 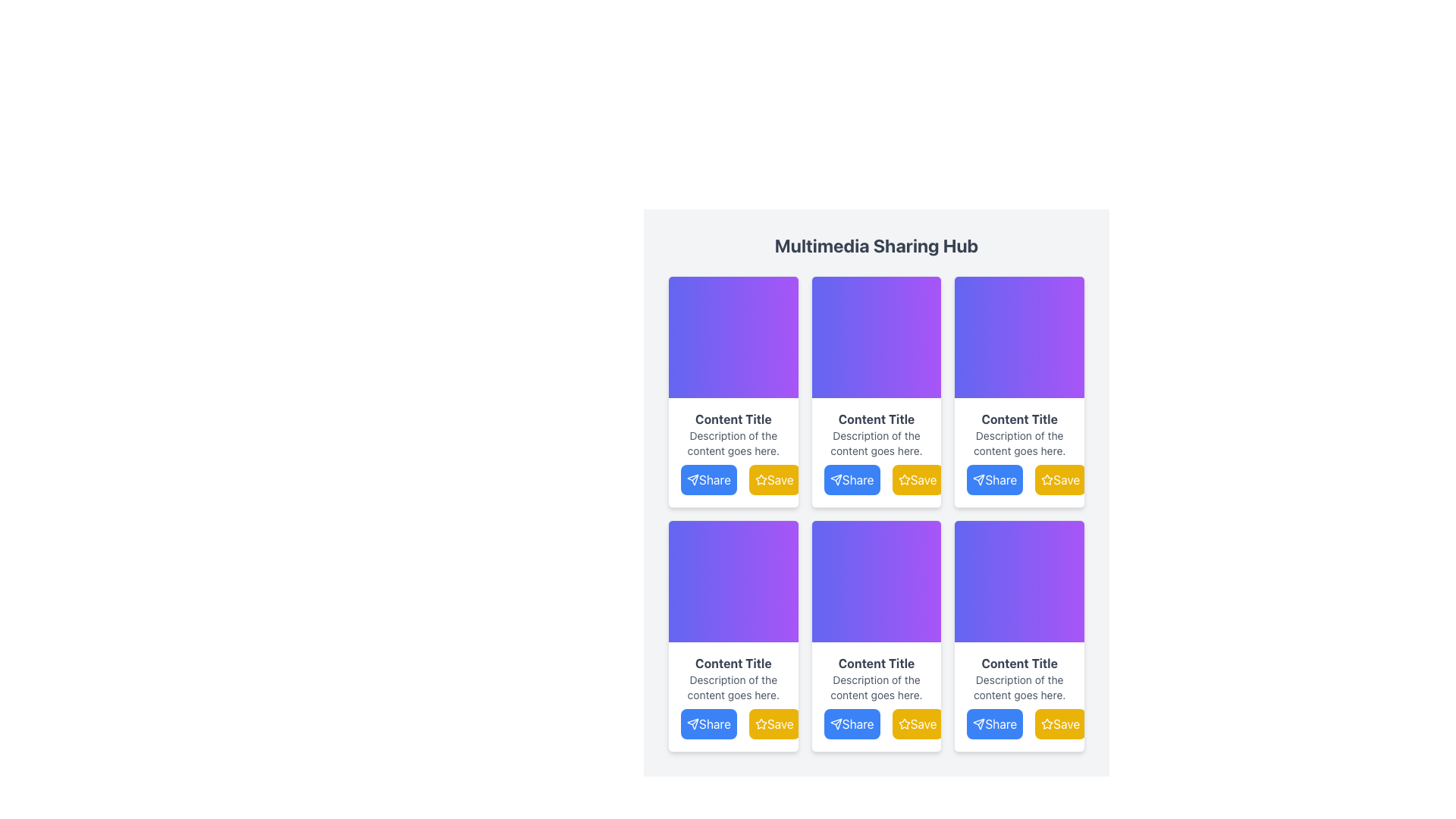 What do you see at coordinates (1019, 452) in the screenshot?
I see `the 'Save' button on the content card to bookmark the content, which is located in the third column of the first row within a grid layout` at bounding box center [1019, 452].